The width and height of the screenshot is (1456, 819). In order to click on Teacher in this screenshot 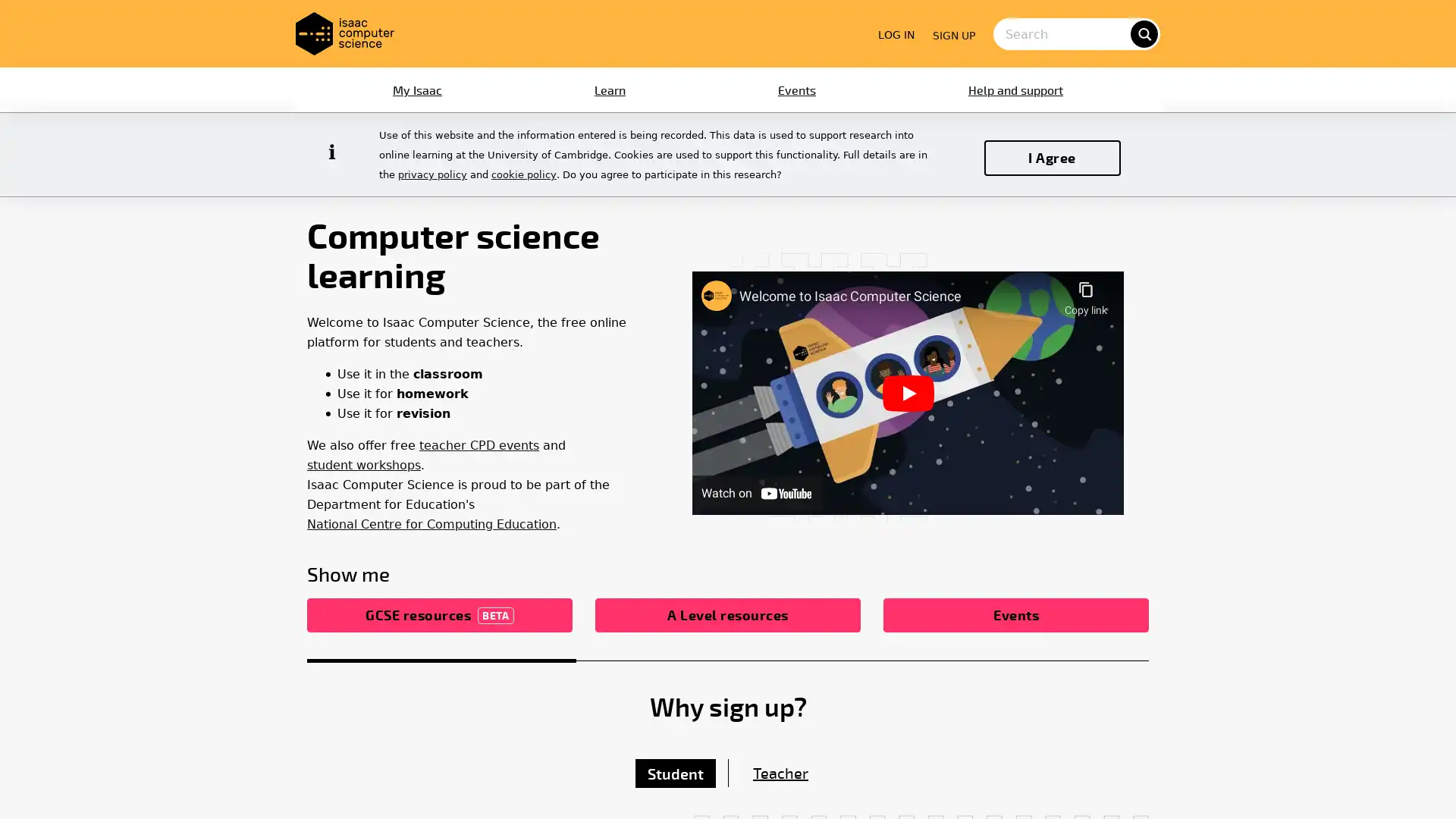, I will do `click(780, 772)`.